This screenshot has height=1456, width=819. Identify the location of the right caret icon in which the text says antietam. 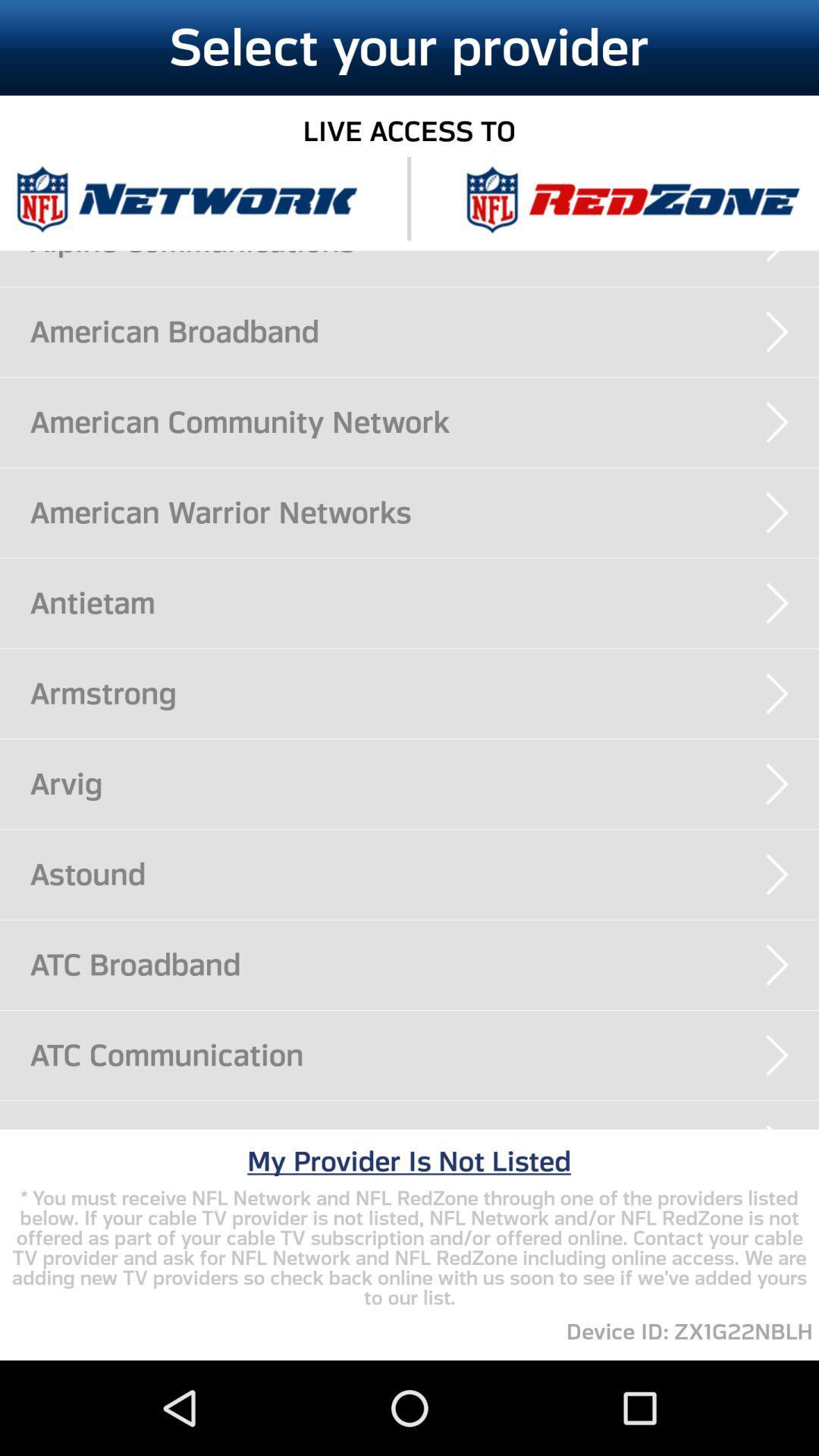
(777, 603).